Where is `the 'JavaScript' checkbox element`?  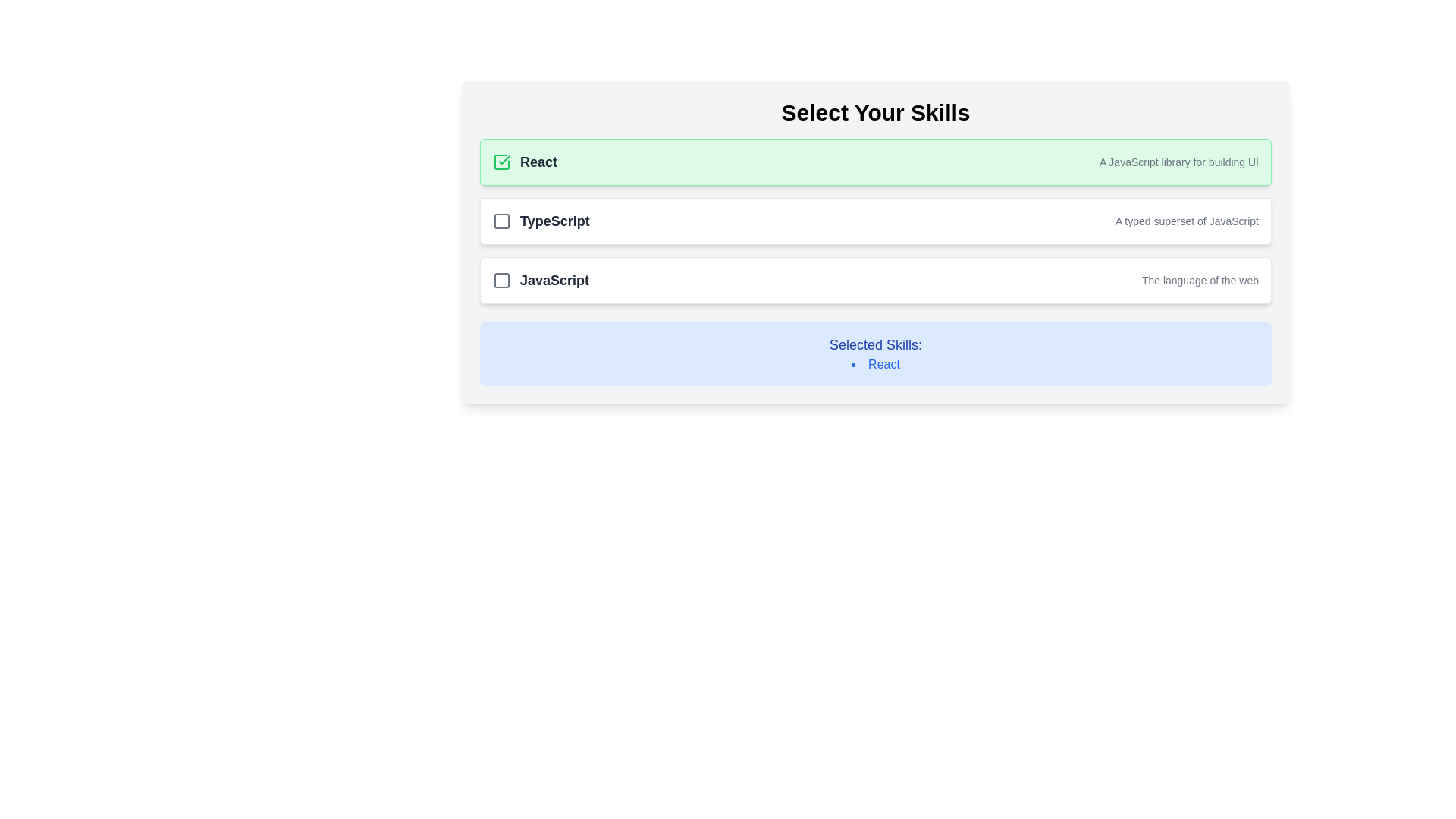 the 'JavaScript' checkbox element is located at coordinates (541, 281).